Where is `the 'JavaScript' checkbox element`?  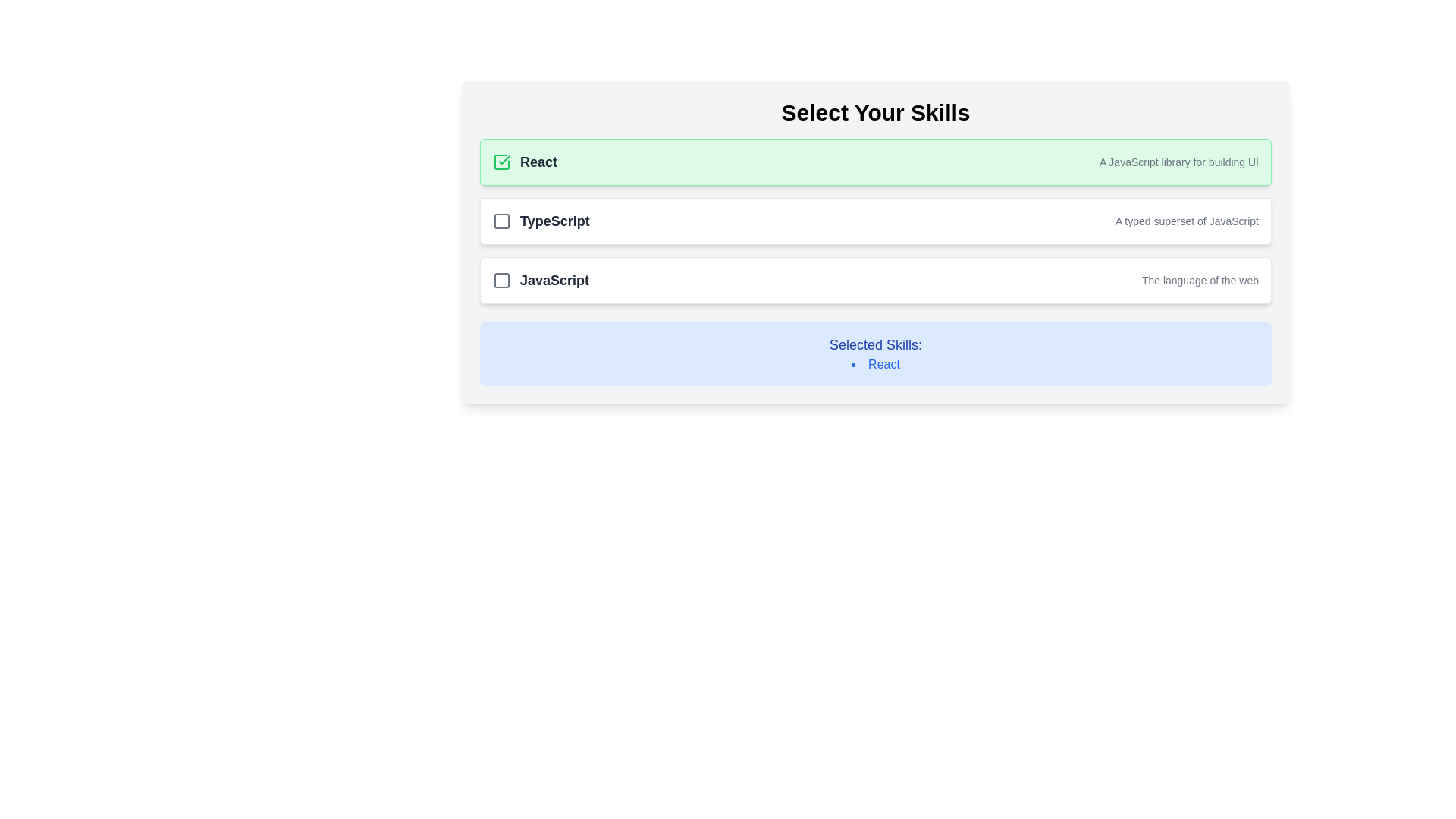 the 'JavaScript' checkbox element is located at coordinates (541, 281).